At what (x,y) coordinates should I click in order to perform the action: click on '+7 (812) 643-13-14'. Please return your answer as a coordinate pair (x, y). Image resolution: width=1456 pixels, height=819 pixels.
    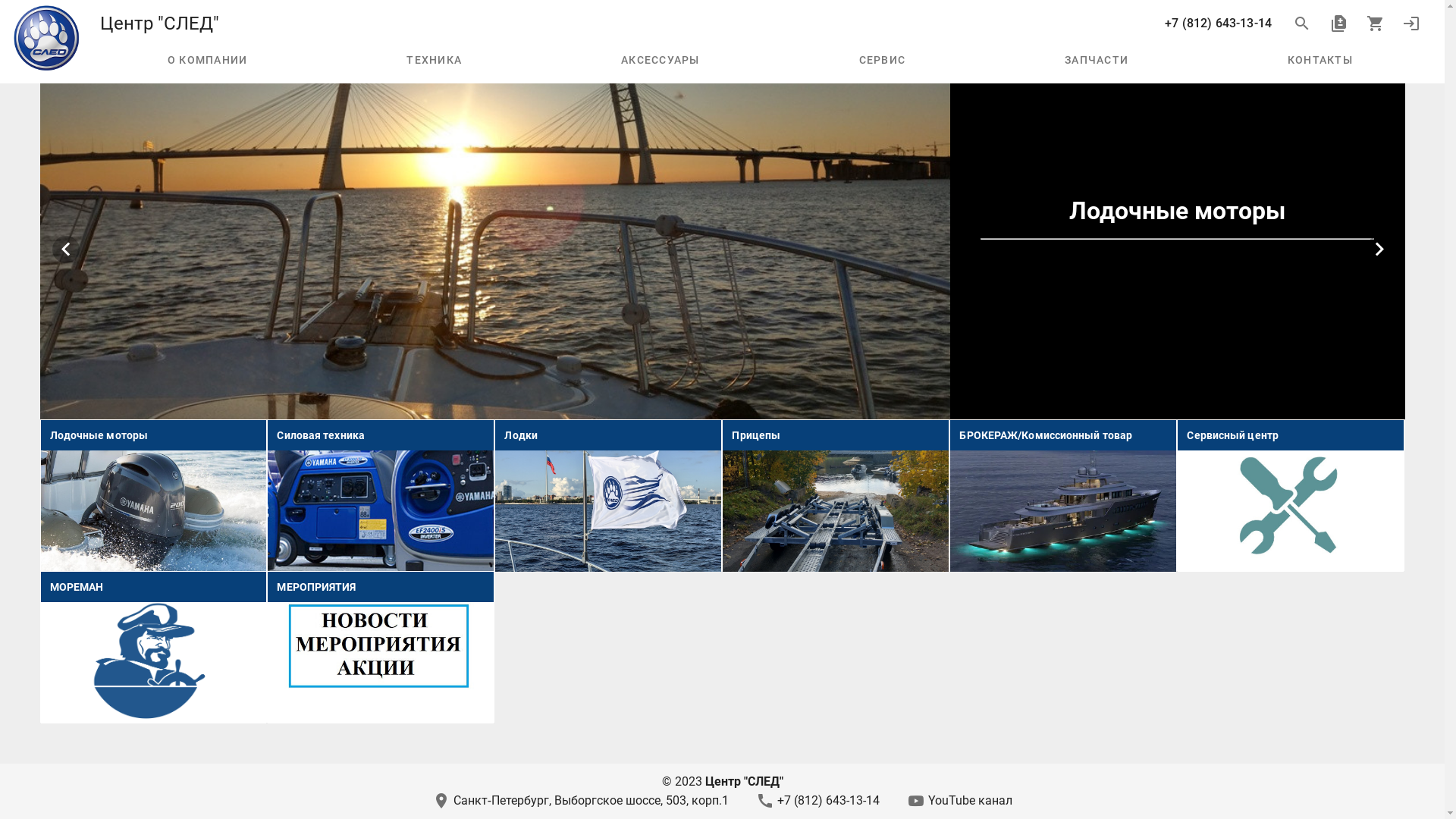
    Looking at the image, I should click on (1218, 23).